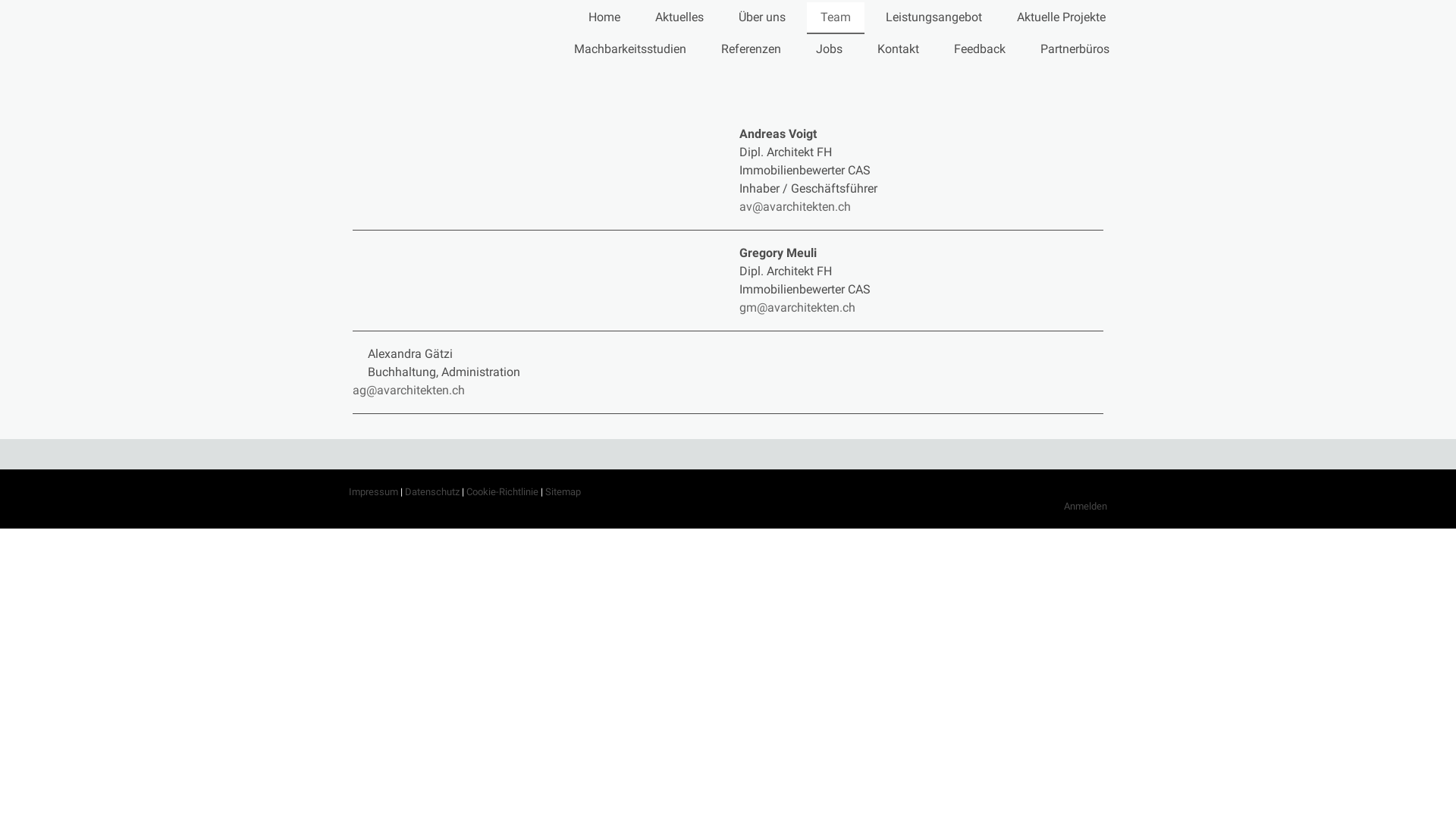  I want to click on 'Feedback', so click(939, 49).